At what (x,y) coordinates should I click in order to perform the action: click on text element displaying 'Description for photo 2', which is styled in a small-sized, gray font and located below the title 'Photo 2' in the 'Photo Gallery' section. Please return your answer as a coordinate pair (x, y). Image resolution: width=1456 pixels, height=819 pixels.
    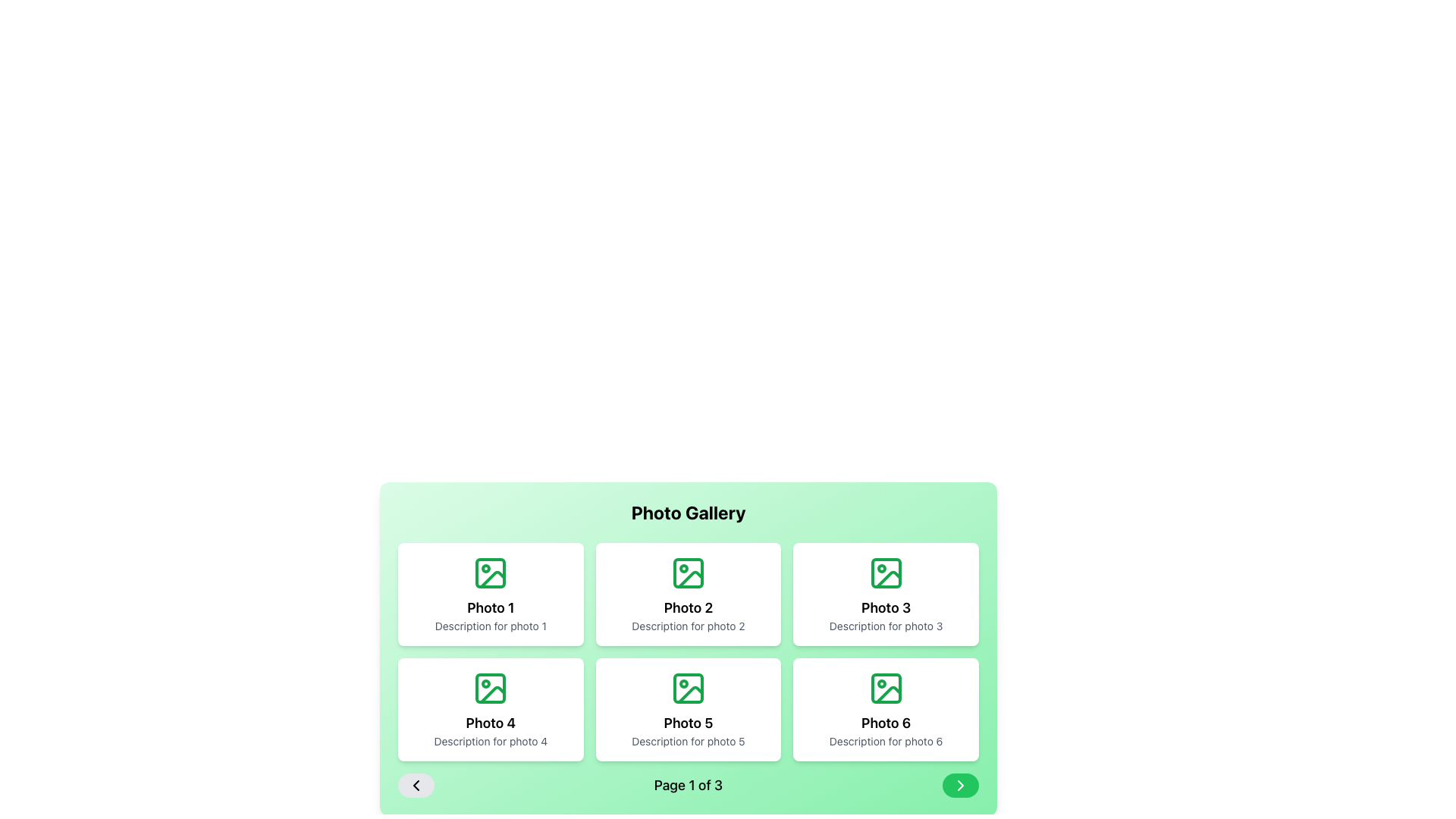
    Looking at the image, I should click on (687, 626).